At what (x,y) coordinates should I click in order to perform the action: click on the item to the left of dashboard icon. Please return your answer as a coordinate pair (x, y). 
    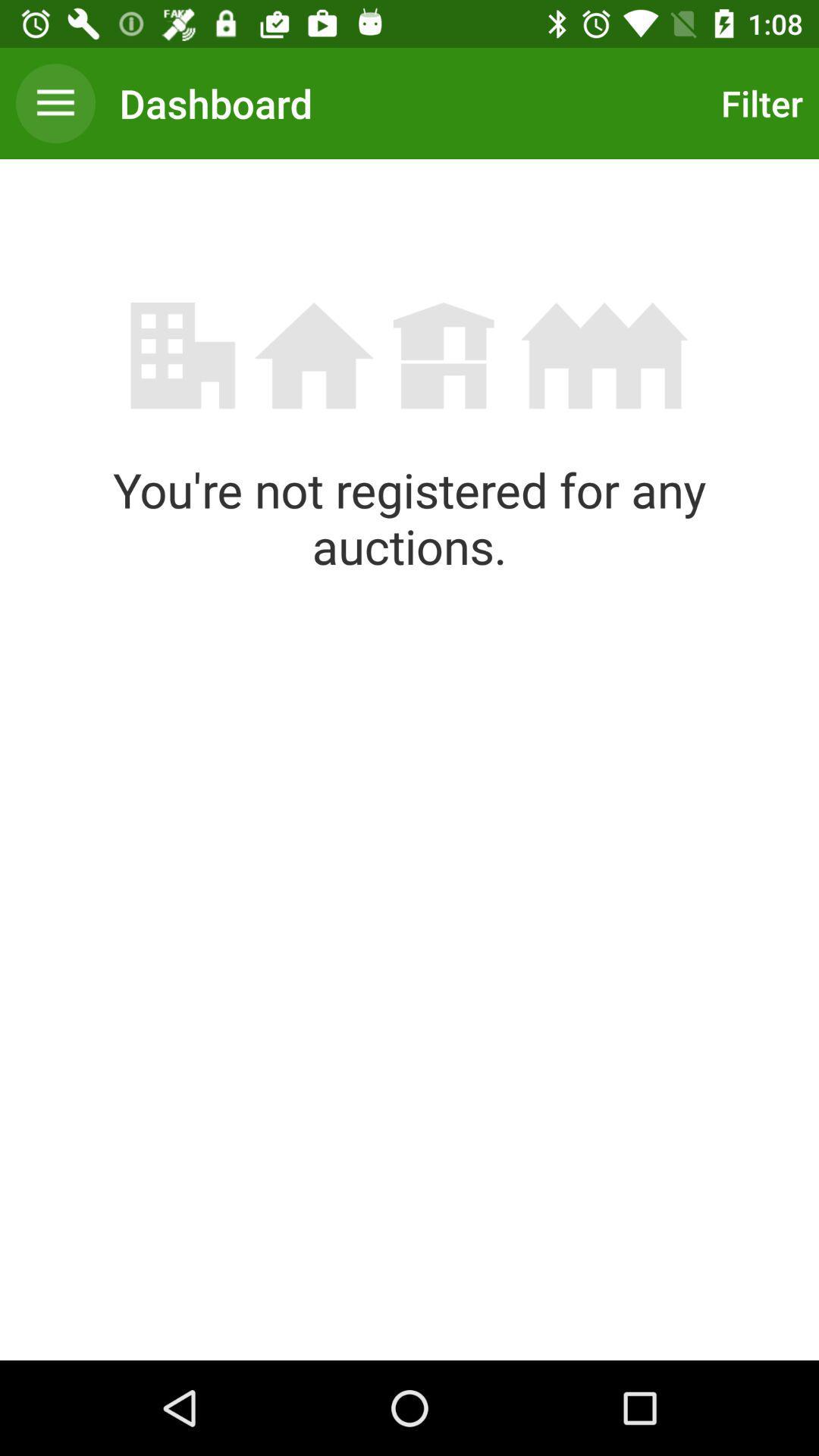
    Looking at the image, I should click on (55, 102).